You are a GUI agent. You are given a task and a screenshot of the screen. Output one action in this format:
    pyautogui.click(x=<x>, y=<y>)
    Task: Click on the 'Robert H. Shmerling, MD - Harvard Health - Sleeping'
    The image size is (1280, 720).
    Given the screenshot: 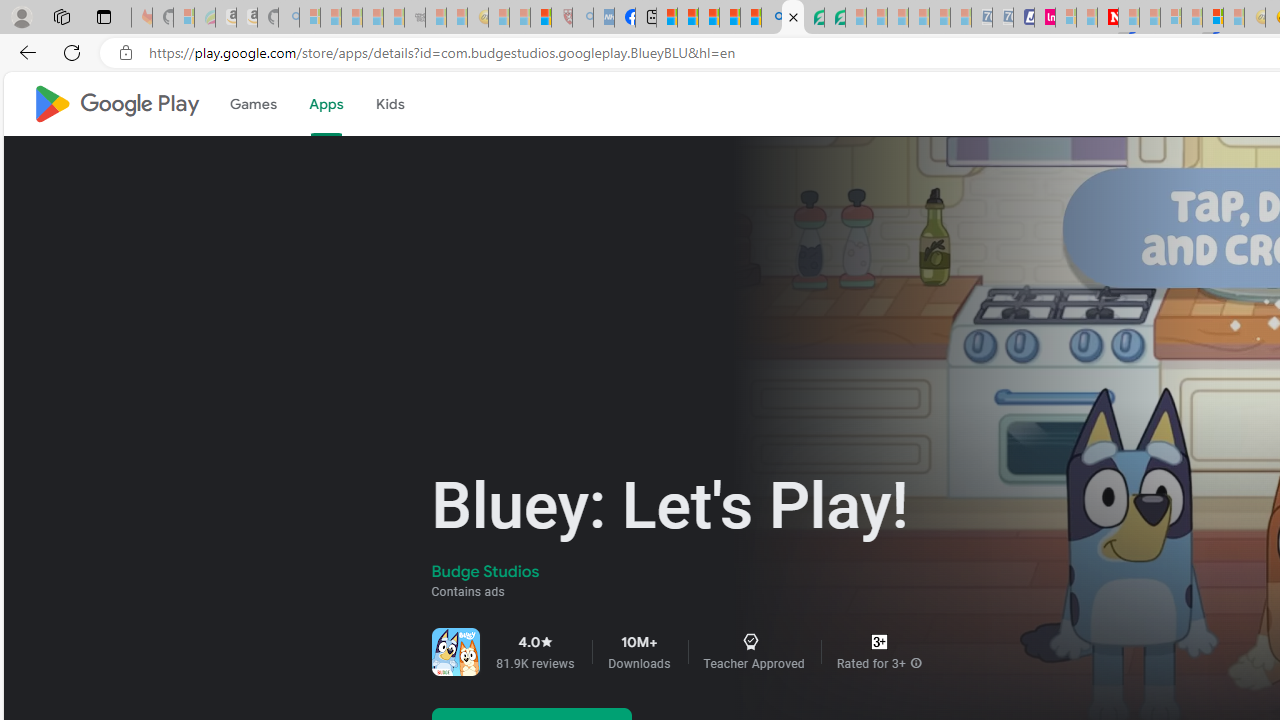 What is the action you would take?
    pyautogui.click(x=560, y=17)
    